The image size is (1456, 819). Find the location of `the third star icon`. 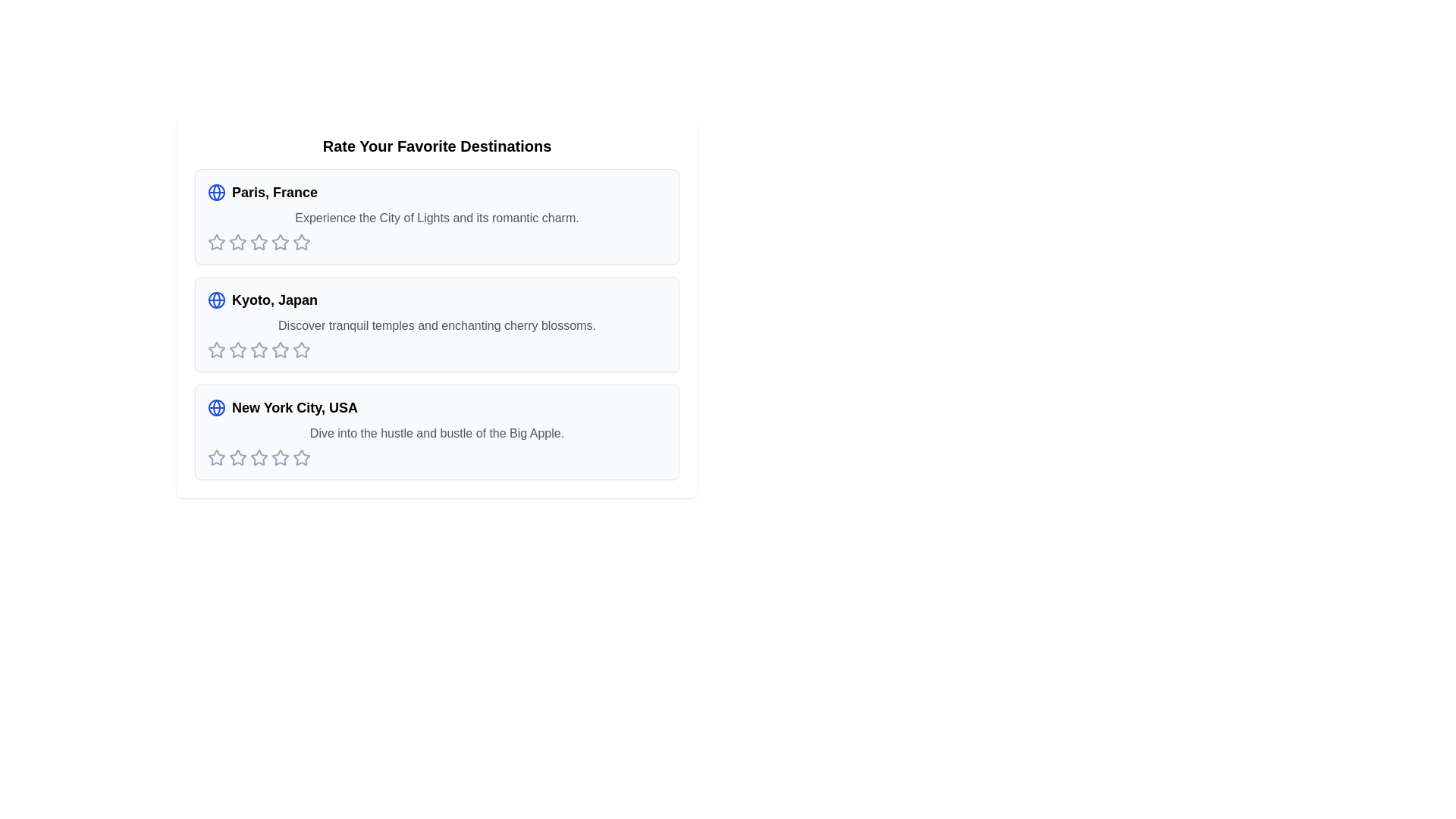

the third star icon is located at coordinates (280, 241).